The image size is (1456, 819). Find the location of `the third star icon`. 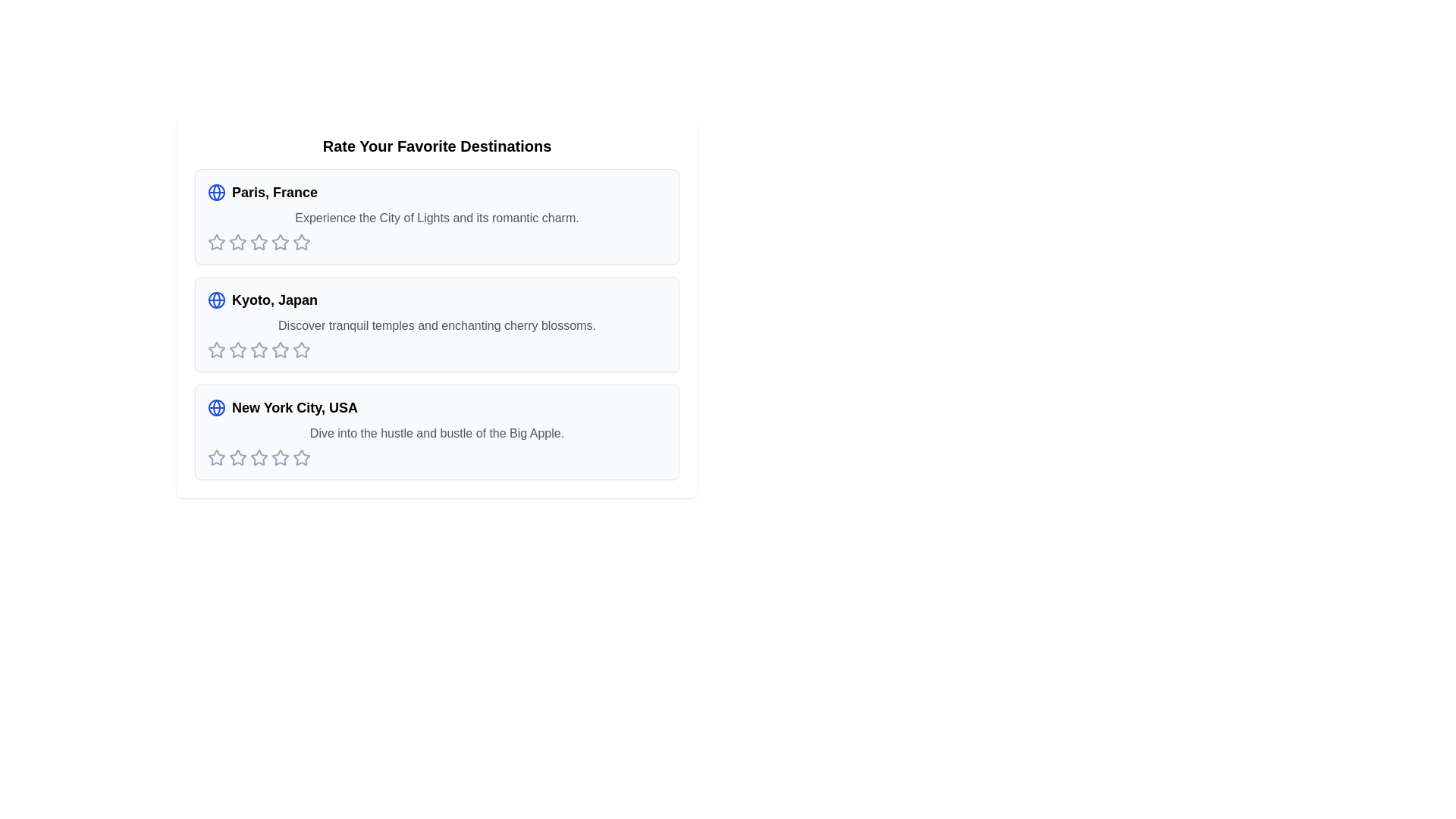

the third star icon is located at coordinates (280, 241).